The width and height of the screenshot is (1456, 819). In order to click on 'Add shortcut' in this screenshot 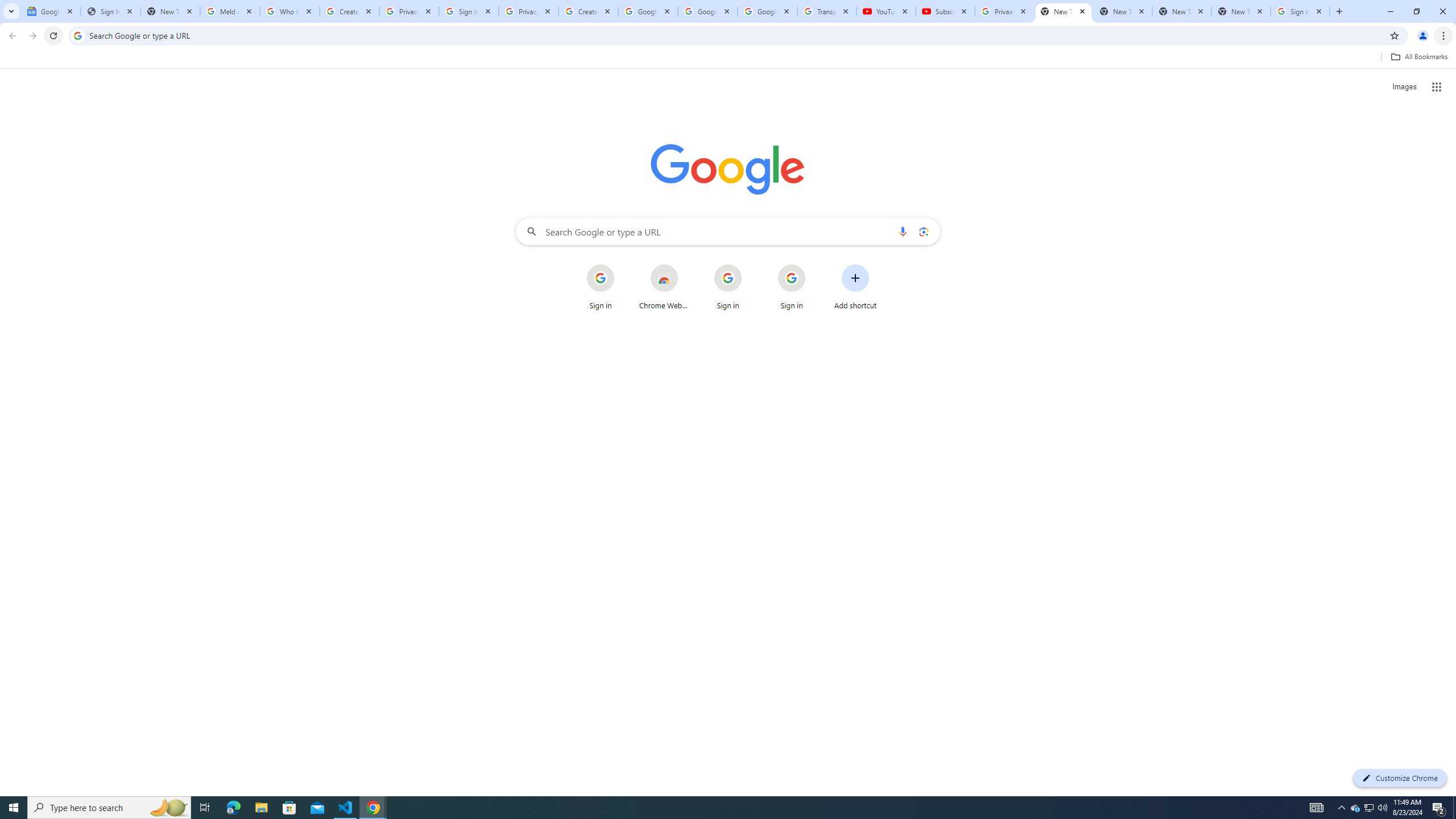, I will do `click(855, 287)`.